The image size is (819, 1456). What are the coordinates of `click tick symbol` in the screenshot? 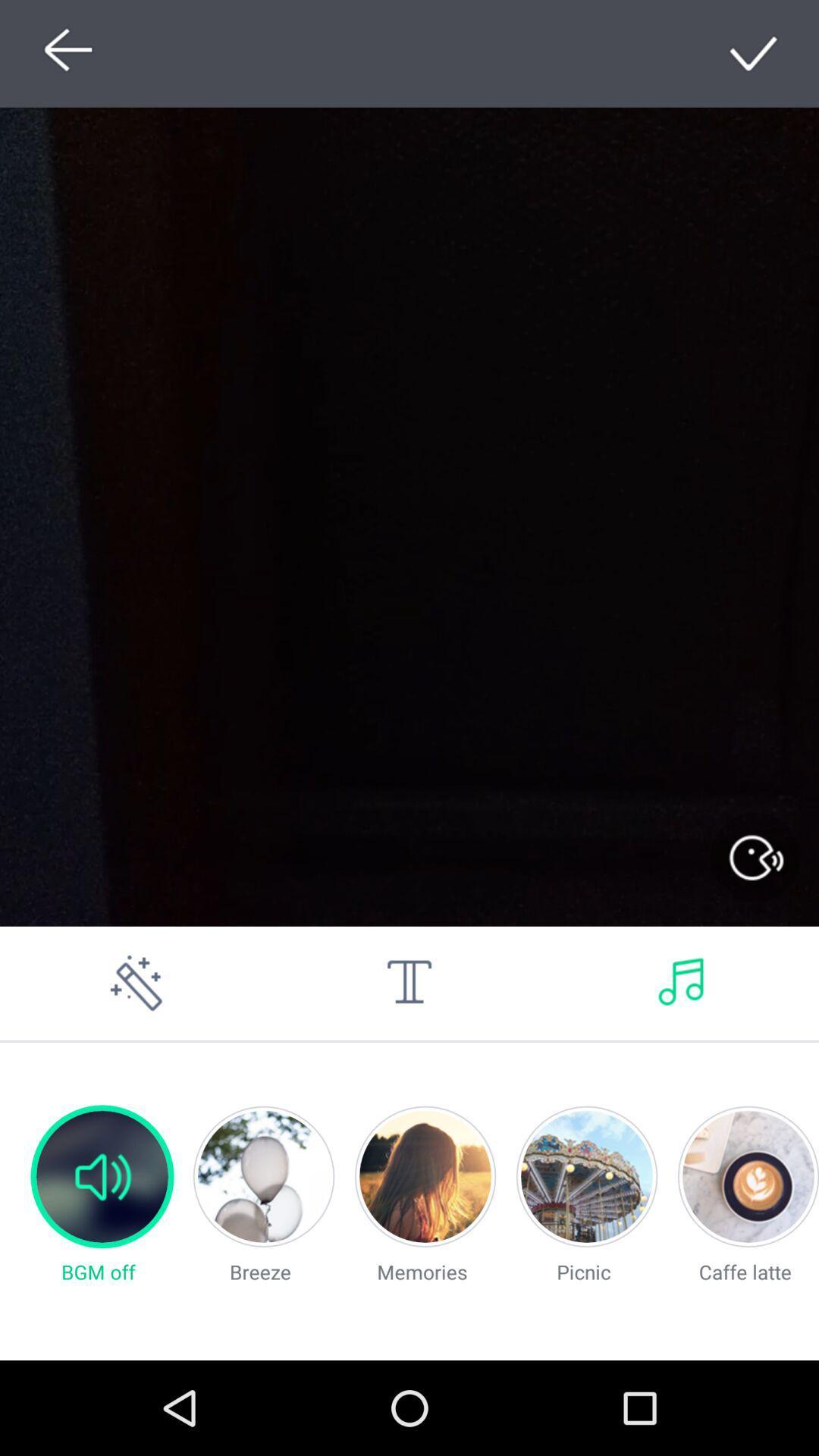 It's located at (755, 53).